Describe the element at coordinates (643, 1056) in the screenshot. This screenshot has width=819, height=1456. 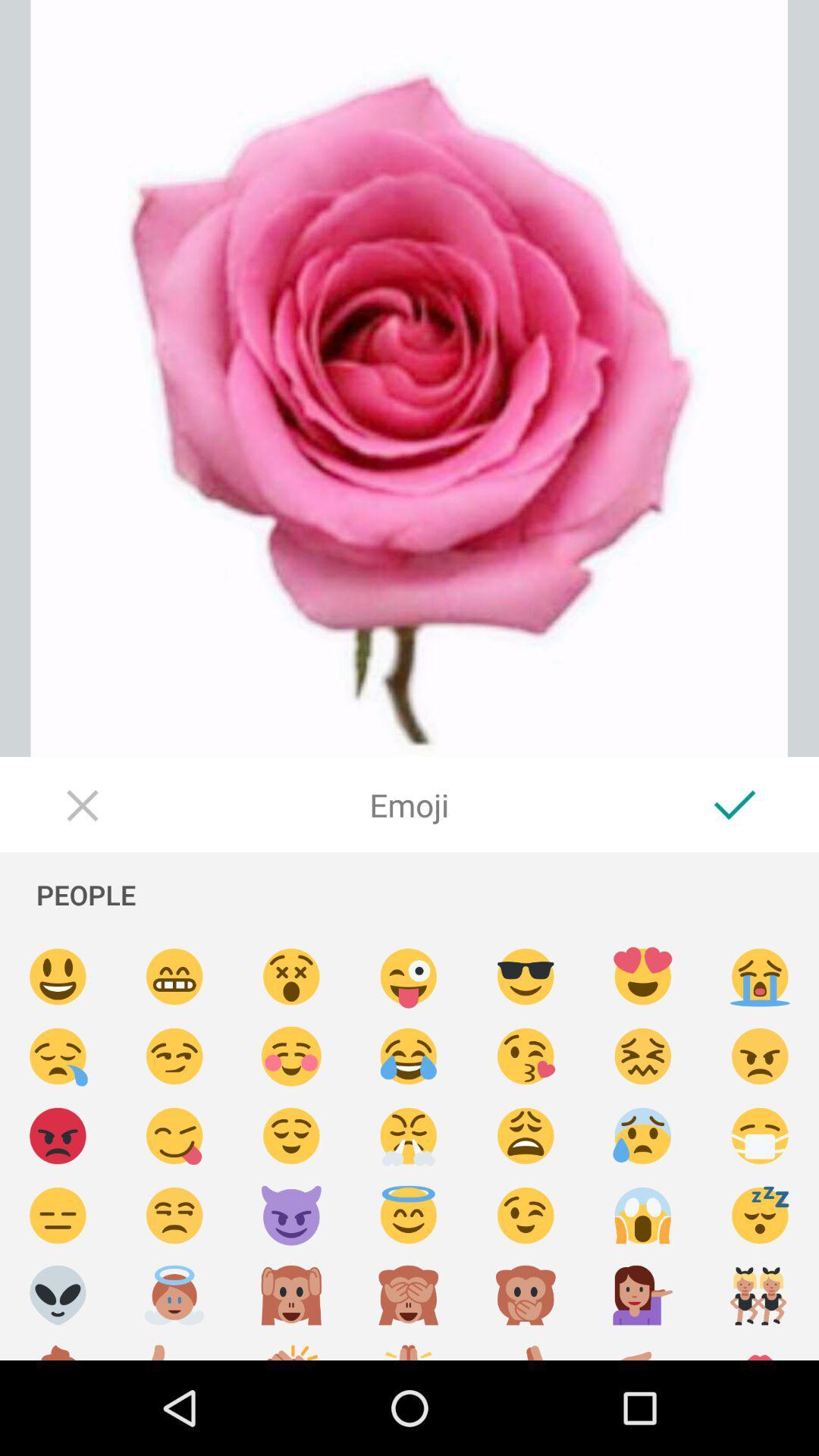
I see `woozy face emoji` at that location.